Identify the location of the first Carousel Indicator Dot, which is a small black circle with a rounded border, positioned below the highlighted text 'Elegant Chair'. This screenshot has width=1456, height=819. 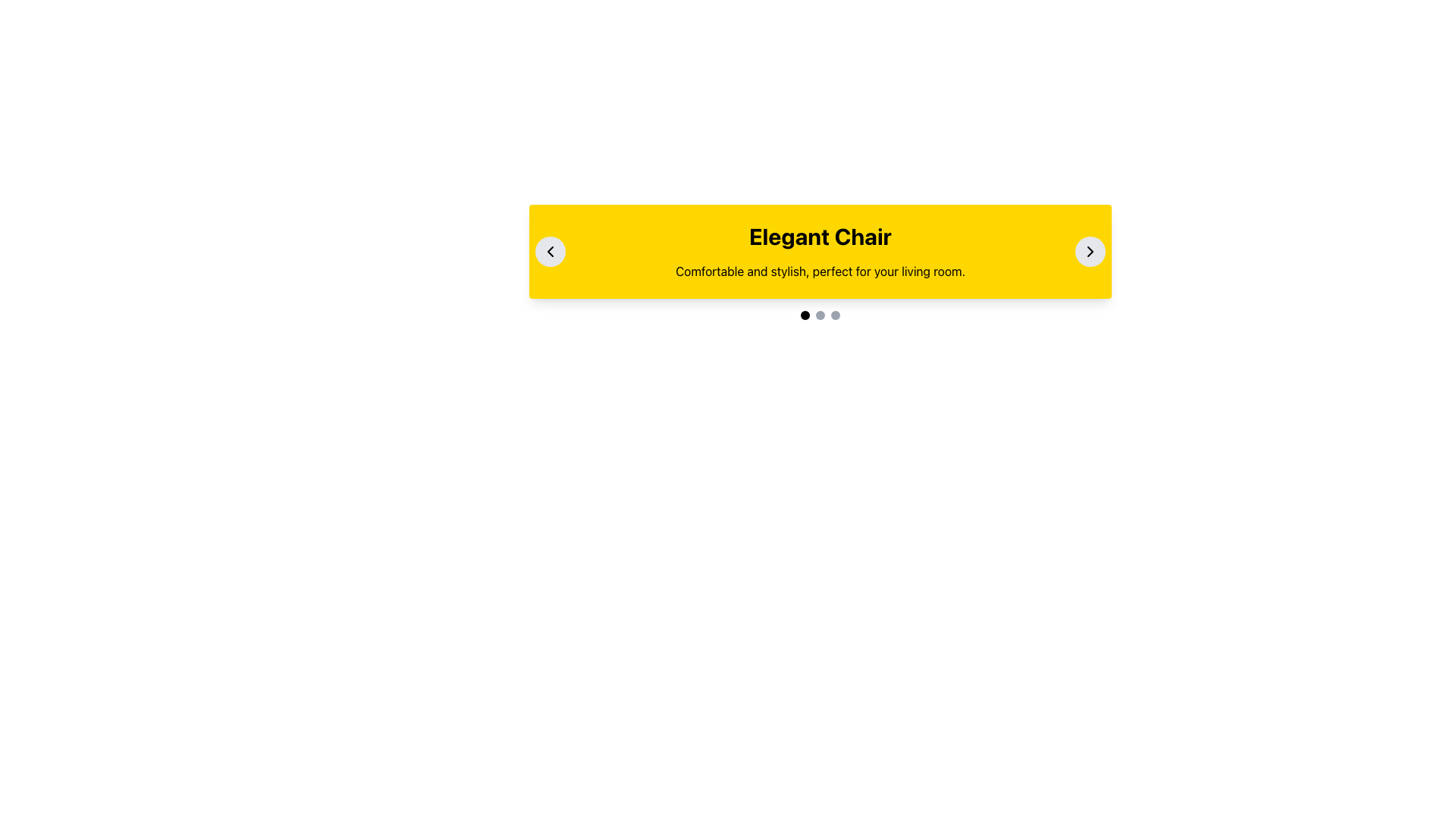
(804, 315).